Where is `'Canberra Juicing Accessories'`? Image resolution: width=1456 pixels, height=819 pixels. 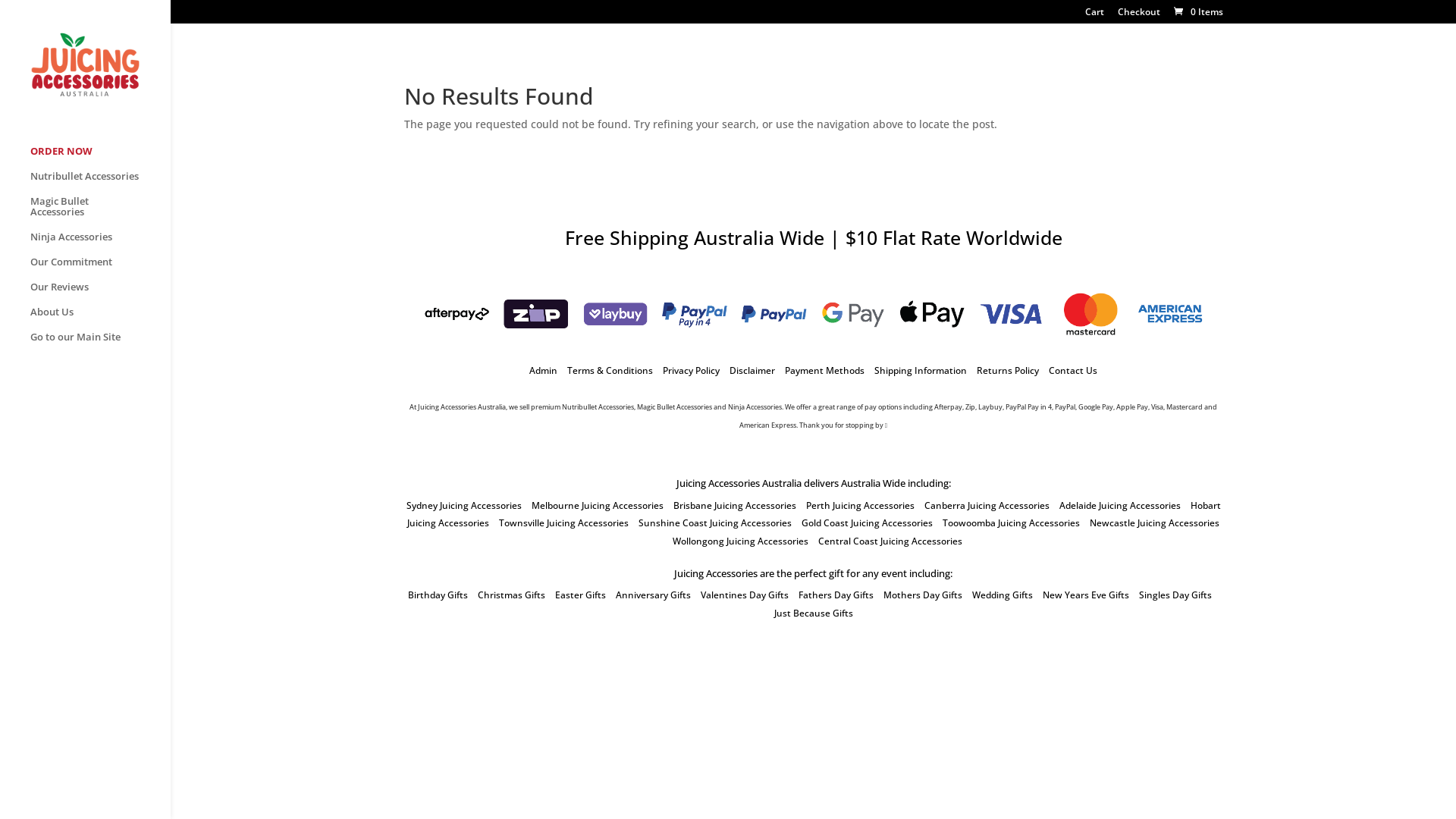 'Canberra Juicing Accessories' is located at coordinates (986, 505).